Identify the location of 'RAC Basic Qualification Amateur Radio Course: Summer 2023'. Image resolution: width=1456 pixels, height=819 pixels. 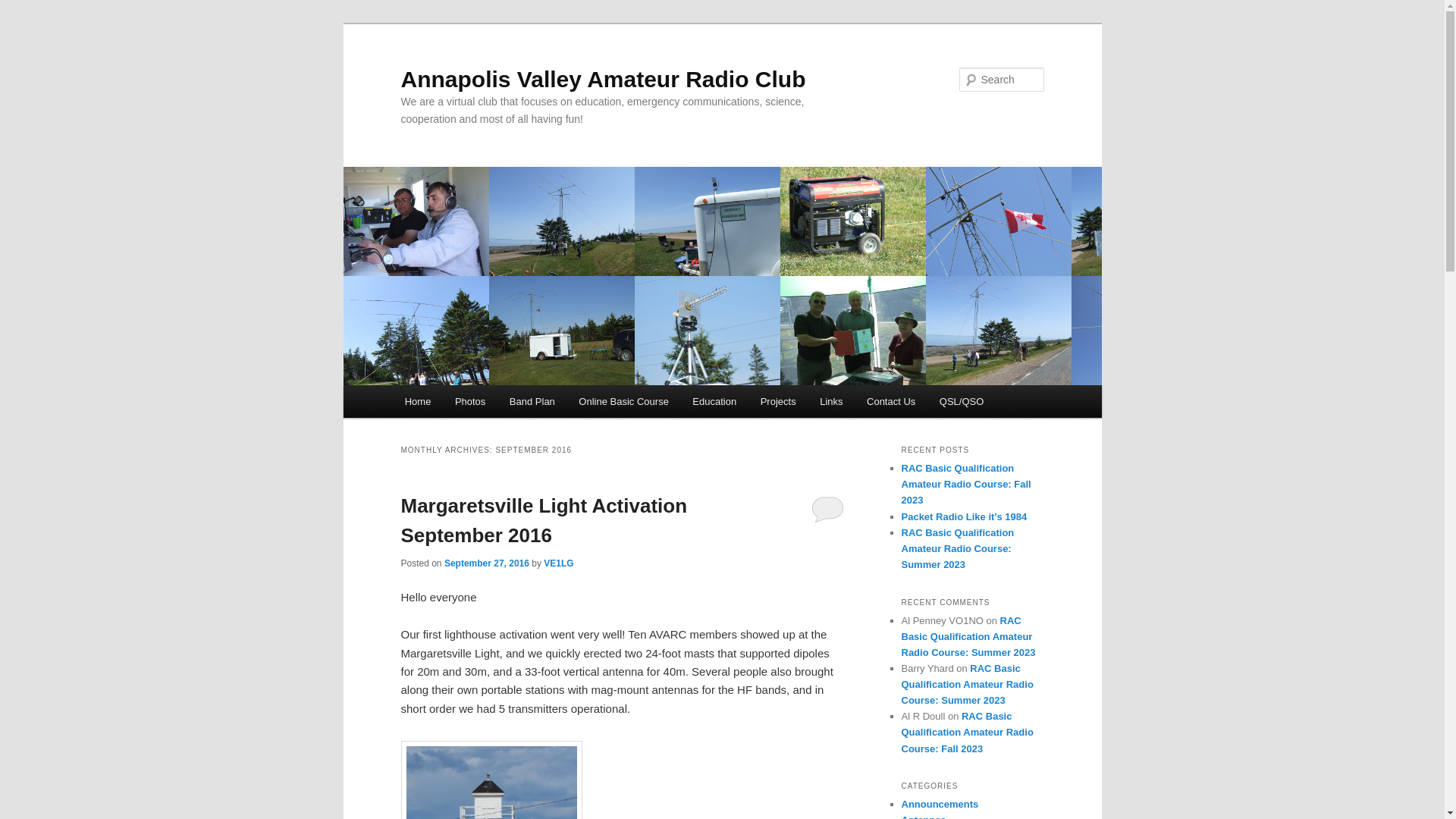
(967, 635).